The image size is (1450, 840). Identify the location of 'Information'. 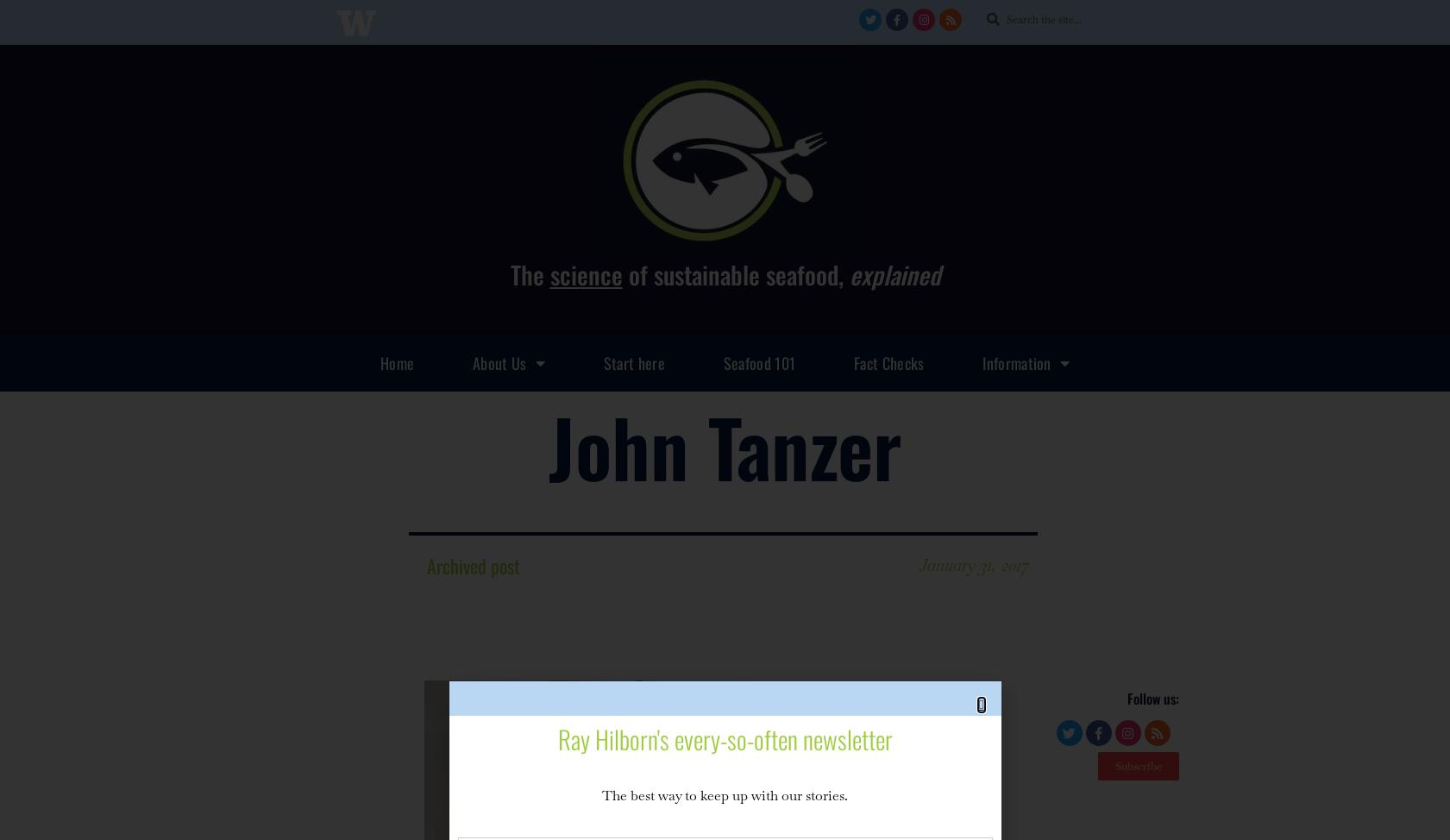
(1016, 360).